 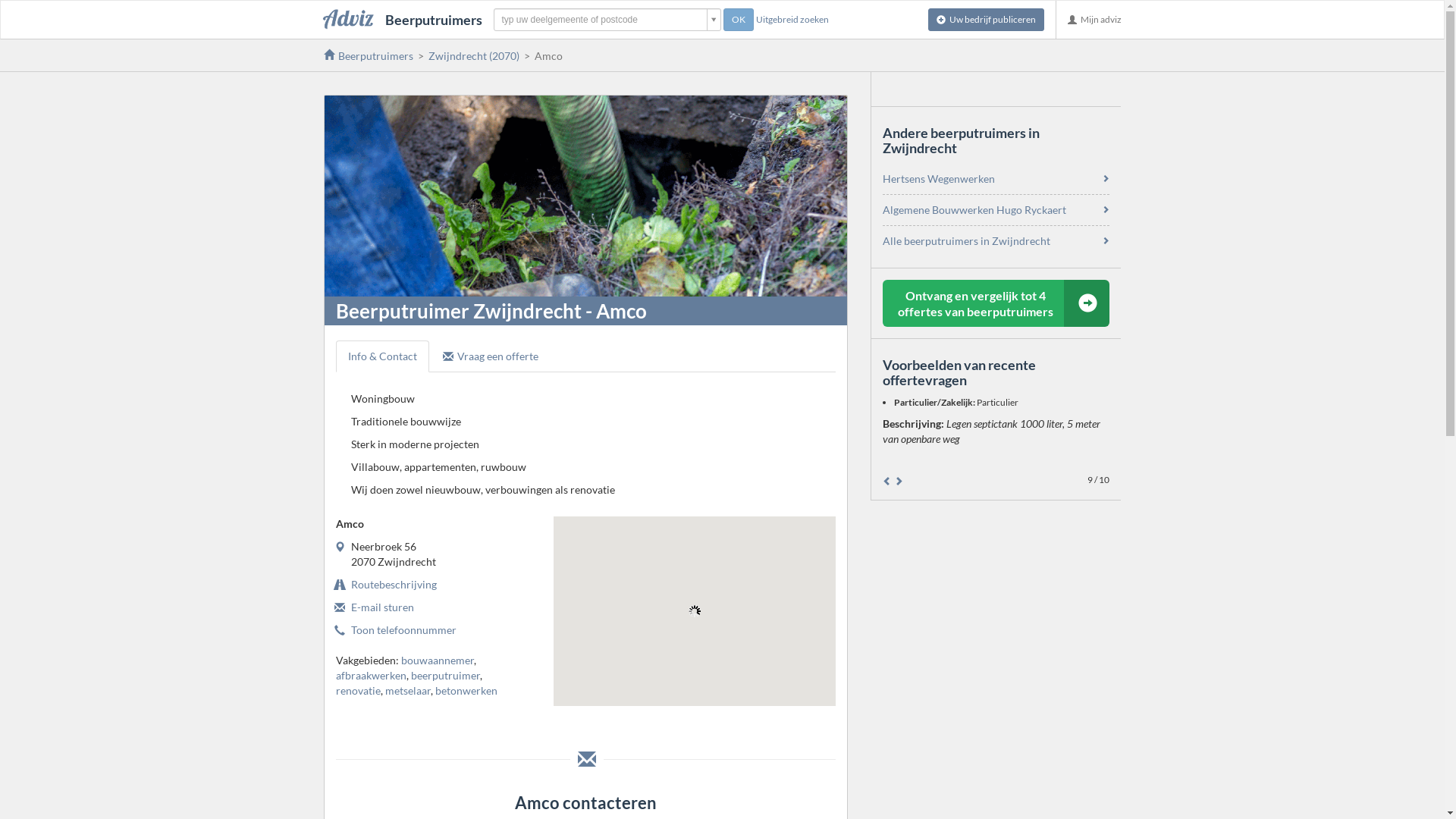 What do you see at coordinates (965, 240) in the screenshot?
I see `'Alle beerputruimers in Zwijndrecht'` at bounding box center [965, 240].